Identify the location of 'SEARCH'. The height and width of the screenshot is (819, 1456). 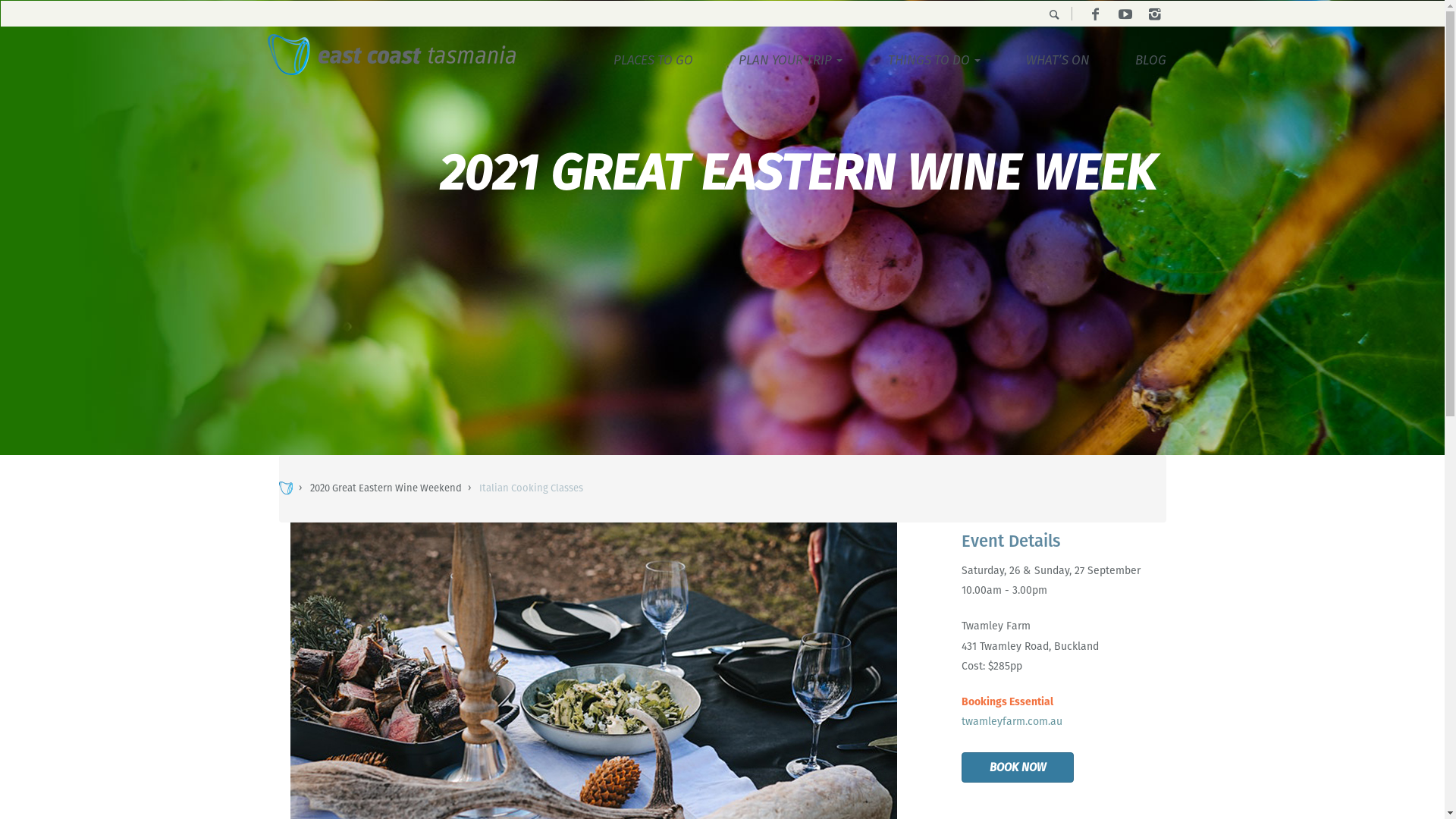
(1037, 14).